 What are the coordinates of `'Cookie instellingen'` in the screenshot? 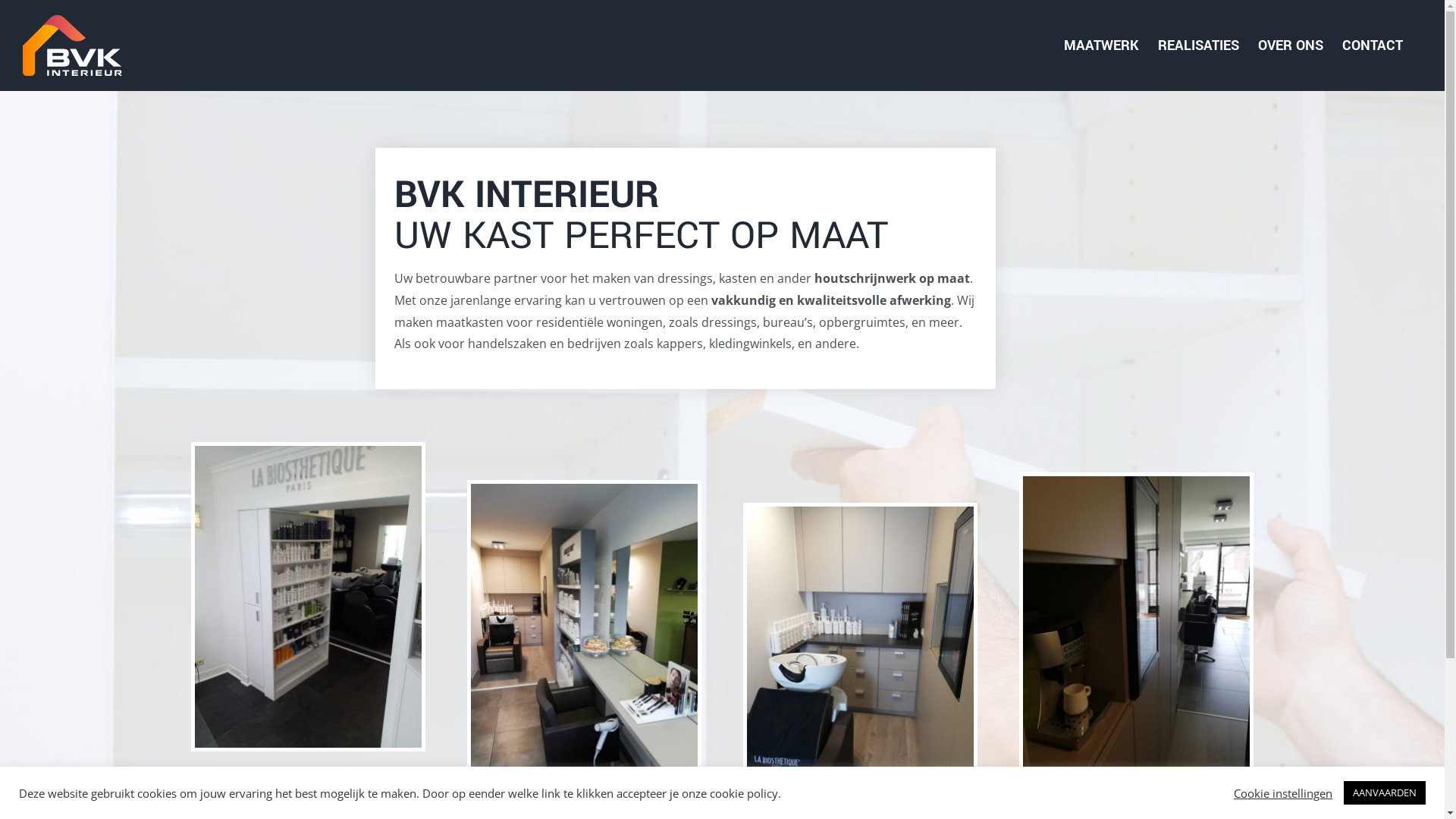 It's located at (1282, 792).